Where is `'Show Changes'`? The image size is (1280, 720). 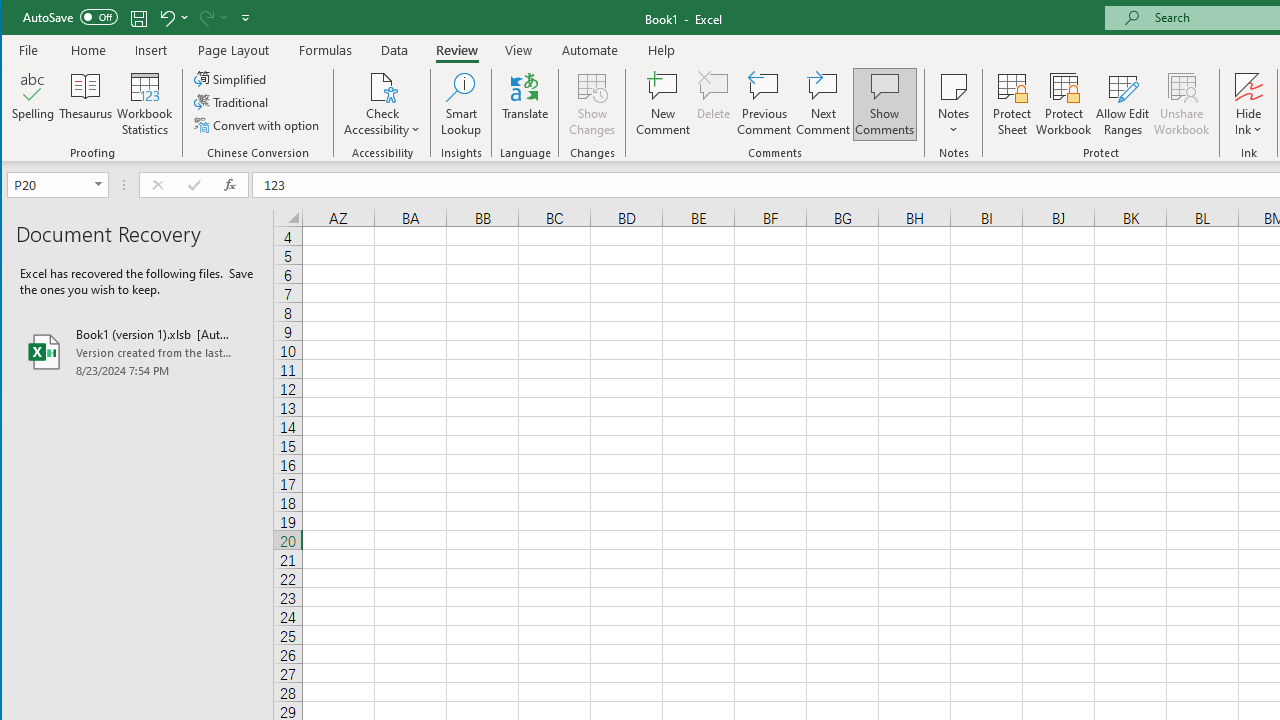 'Show Changes' is located at coordinates (591, 104).